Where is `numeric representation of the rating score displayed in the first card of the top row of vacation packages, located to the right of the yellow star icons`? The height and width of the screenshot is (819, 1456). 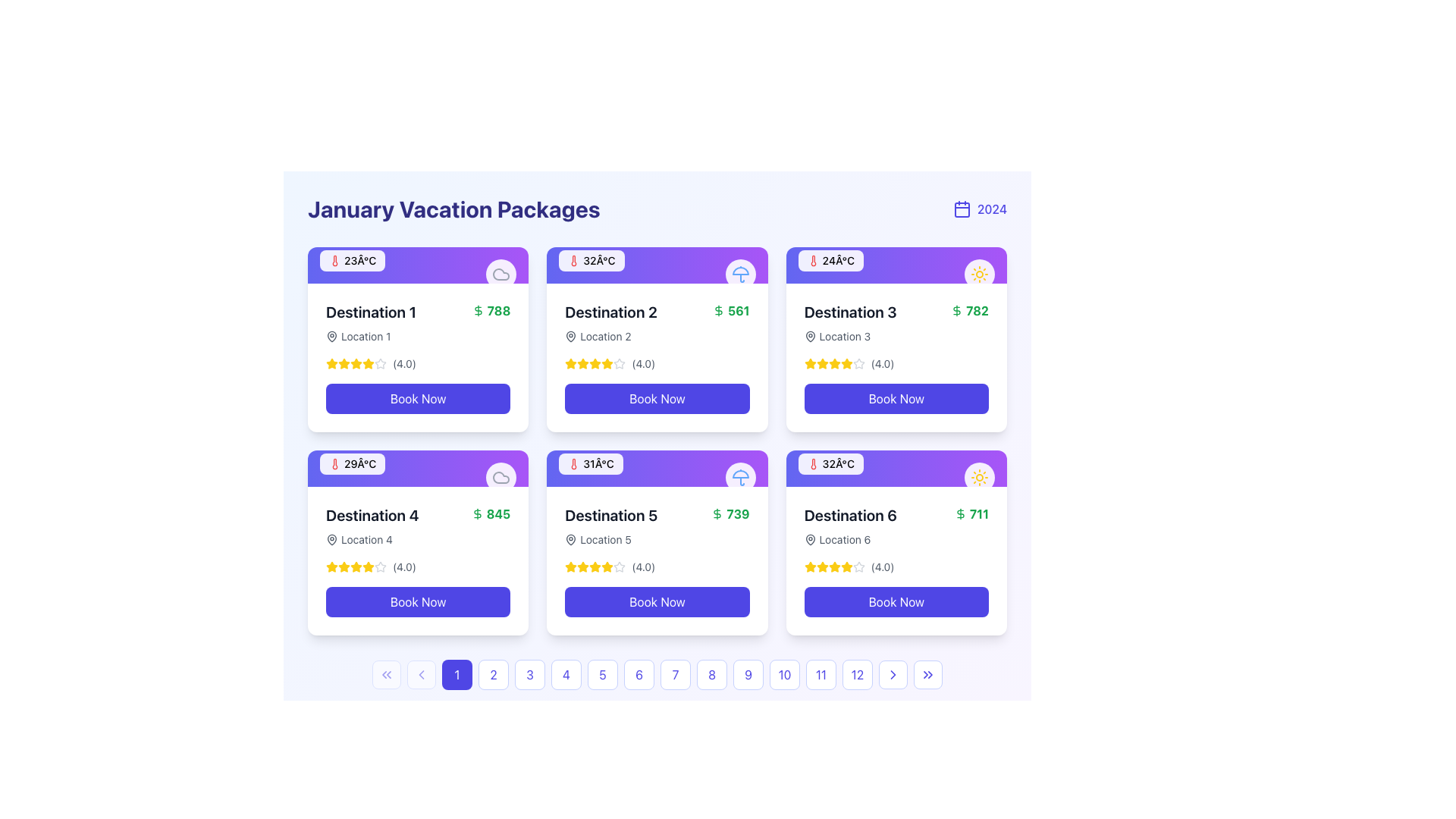 numeric representation of the rating score displayed in the first card of the top row of vacation packages, located to the right of the yellow star icons is located at coordinates (404, 363).